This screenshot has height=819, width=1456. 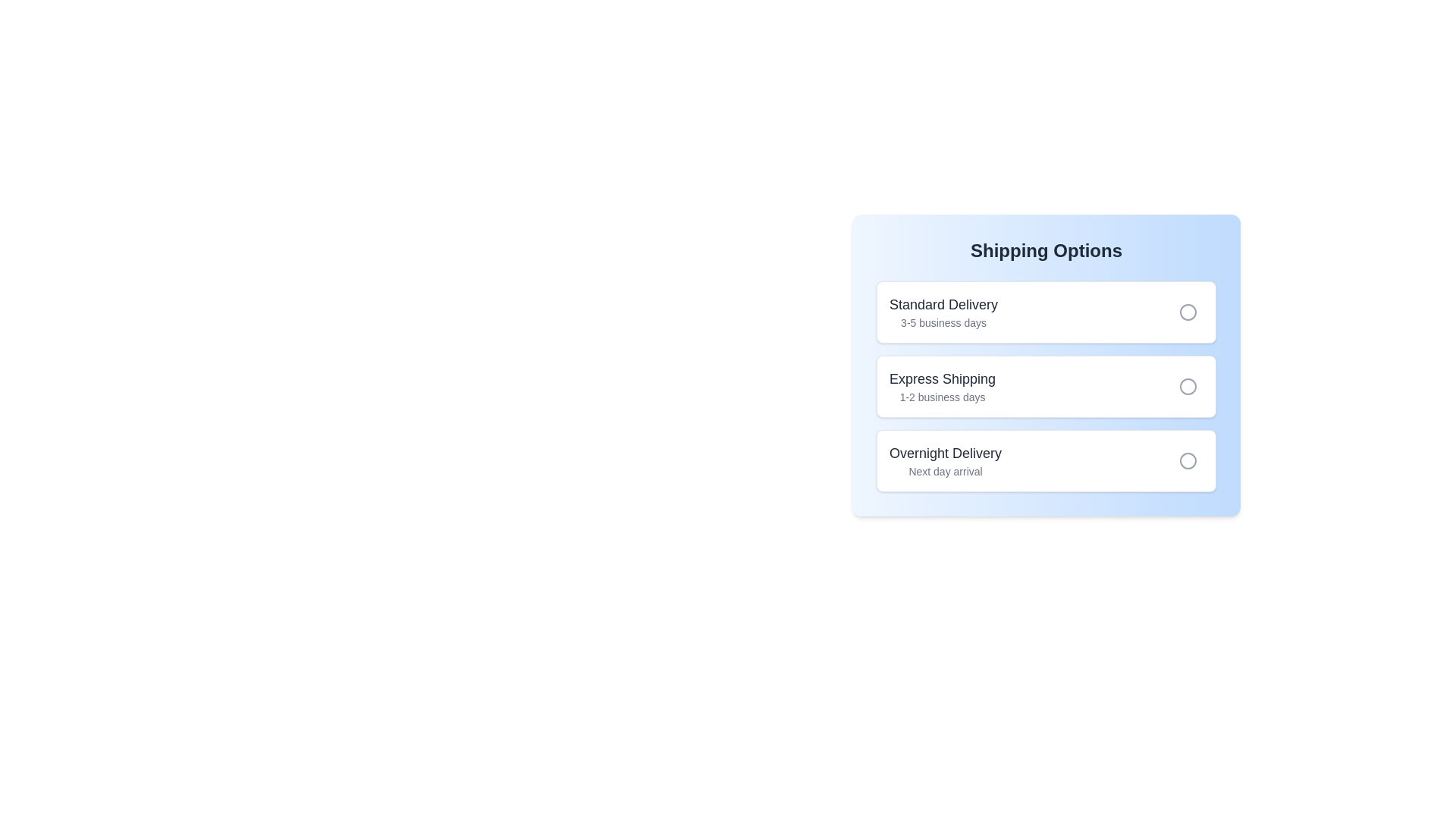 I want to click on the radio button for the 'Express Shipping' option, so click(x=1187, y=385).